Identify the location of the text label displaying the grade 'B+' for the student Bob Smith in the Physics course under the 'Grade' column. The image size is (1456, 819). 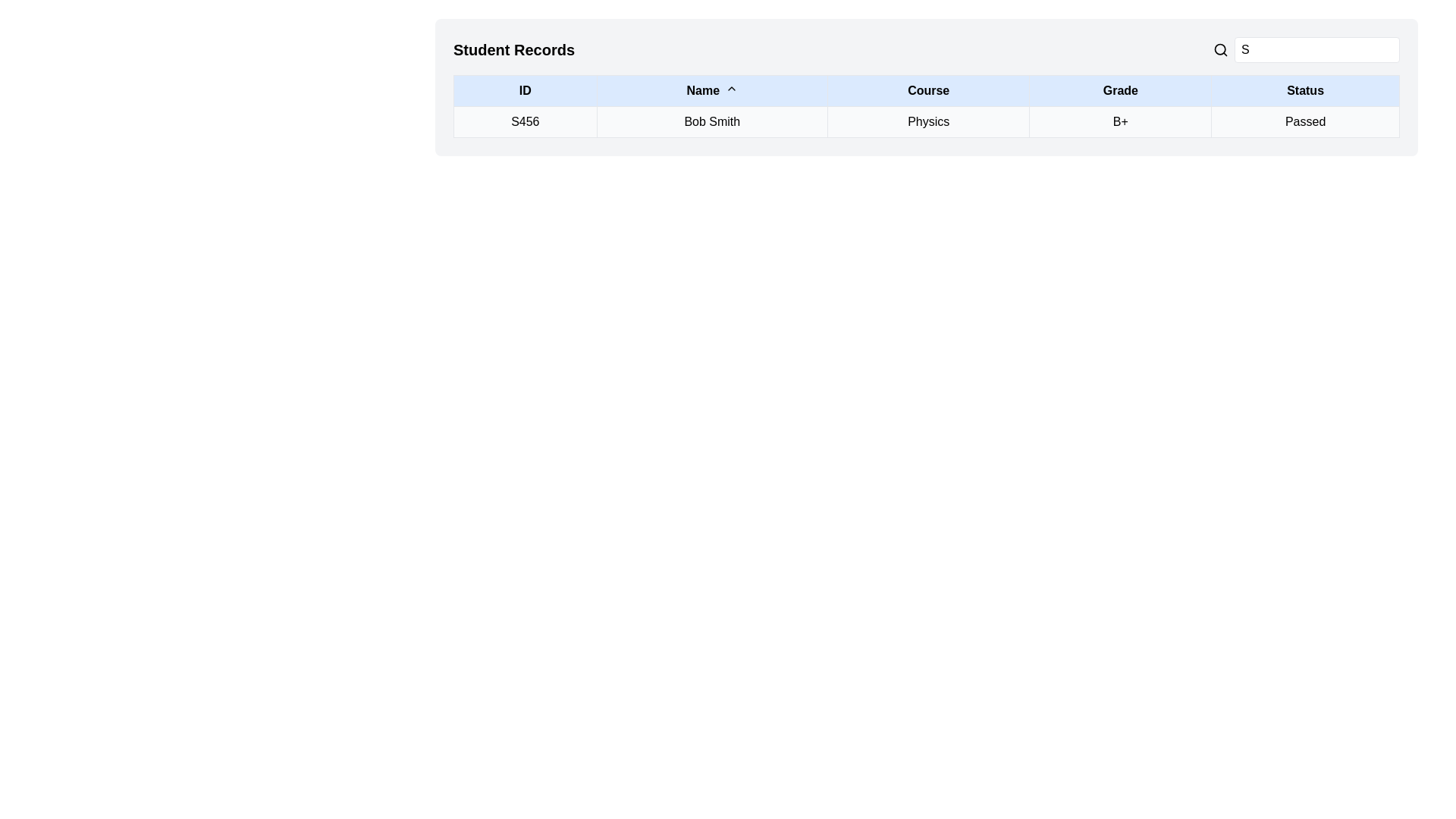
(1120, 121).